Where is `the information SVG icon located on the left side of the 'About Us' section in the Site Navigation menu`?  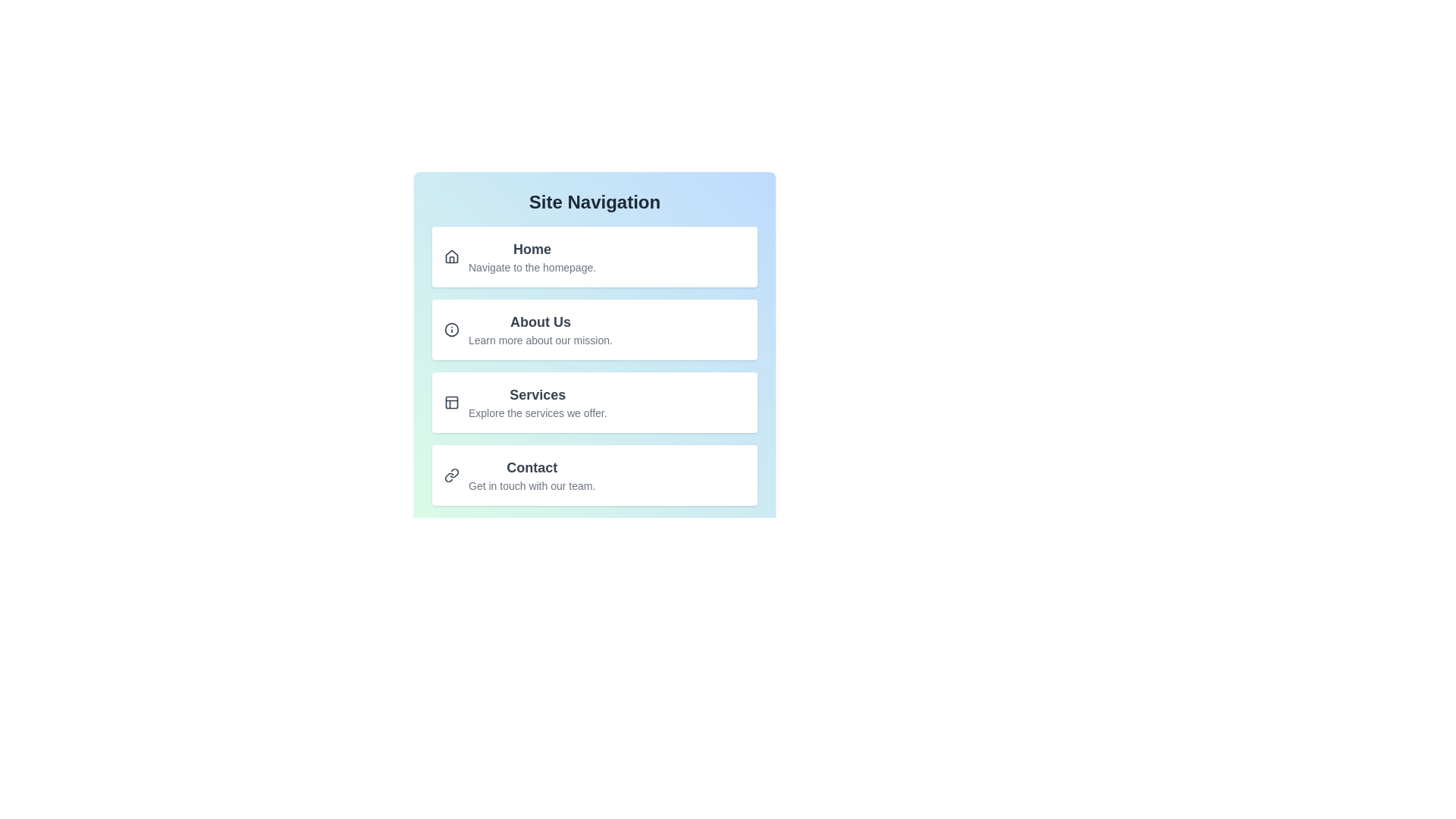
the information SVG icon located on the left side of the 'About Us' section in the Site Navigation menu is located at coordinates (450, 329).